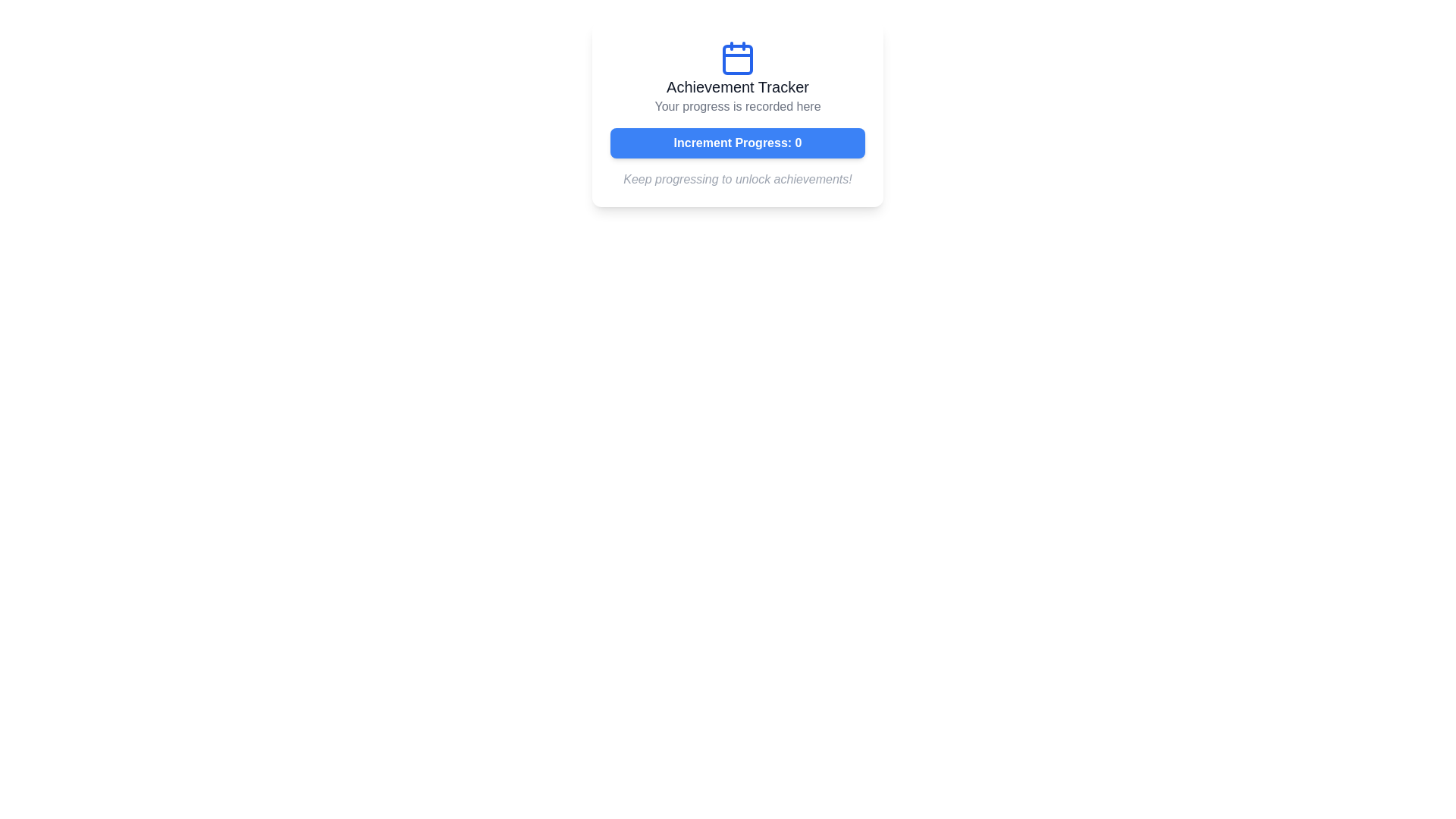 This screenshot has width=1456, height=819. Describe the element at coordinates (738, 178) in the screenshot. I see `the static text displaying the message 'Keep progressing to unlock achievements!' which is located below the button labeled 'Increment Progress: 0' in the 'Achievement Tracker' card` at that location.